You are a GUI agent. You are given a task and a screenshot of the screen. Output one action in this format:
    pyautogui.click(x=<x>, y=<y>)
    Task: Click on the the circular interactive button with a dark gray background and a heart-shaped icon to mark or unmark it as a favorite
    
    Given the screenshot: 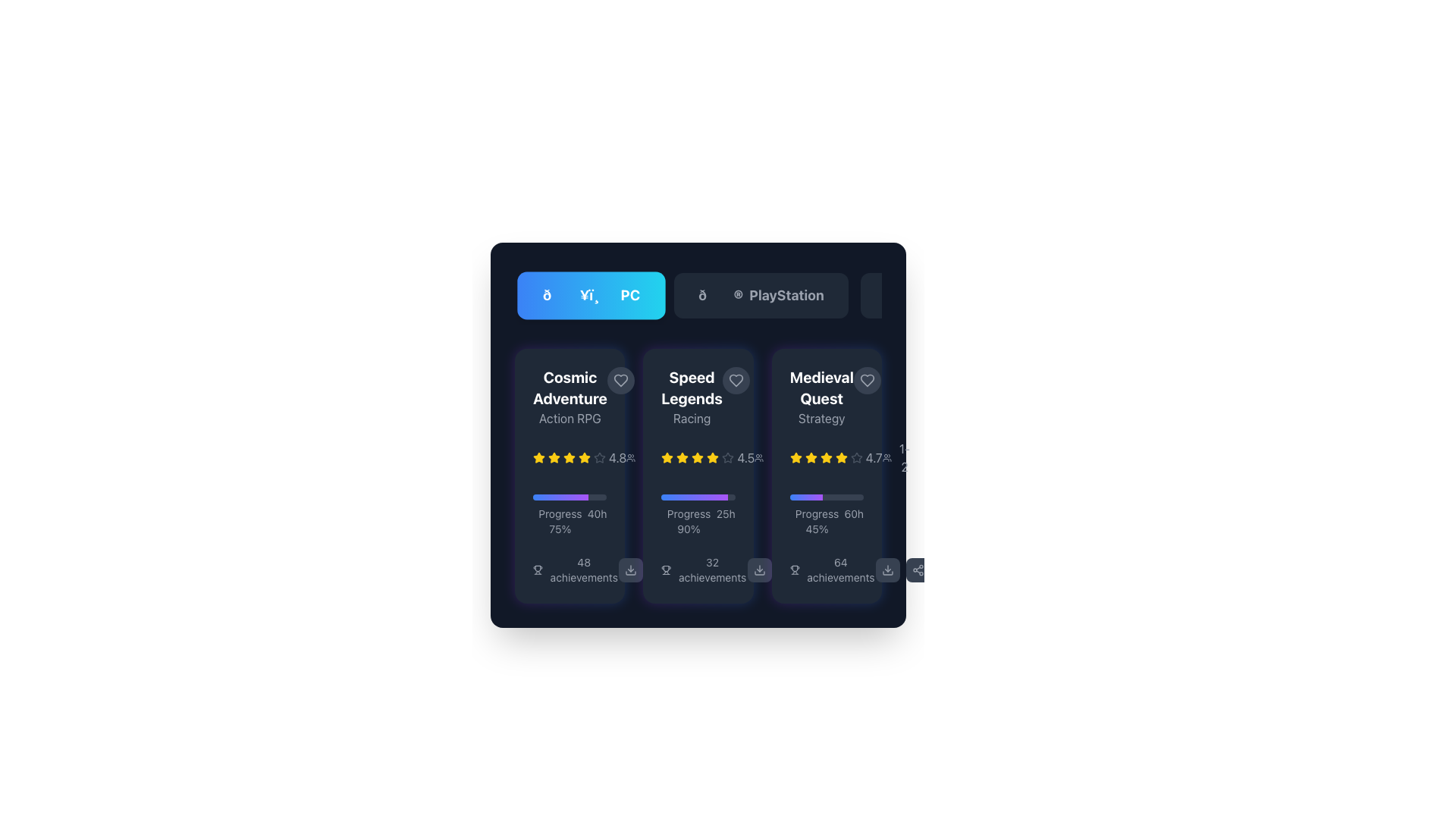 What is the action you would take?
    pyautogui.click(x=736, y=379)
    